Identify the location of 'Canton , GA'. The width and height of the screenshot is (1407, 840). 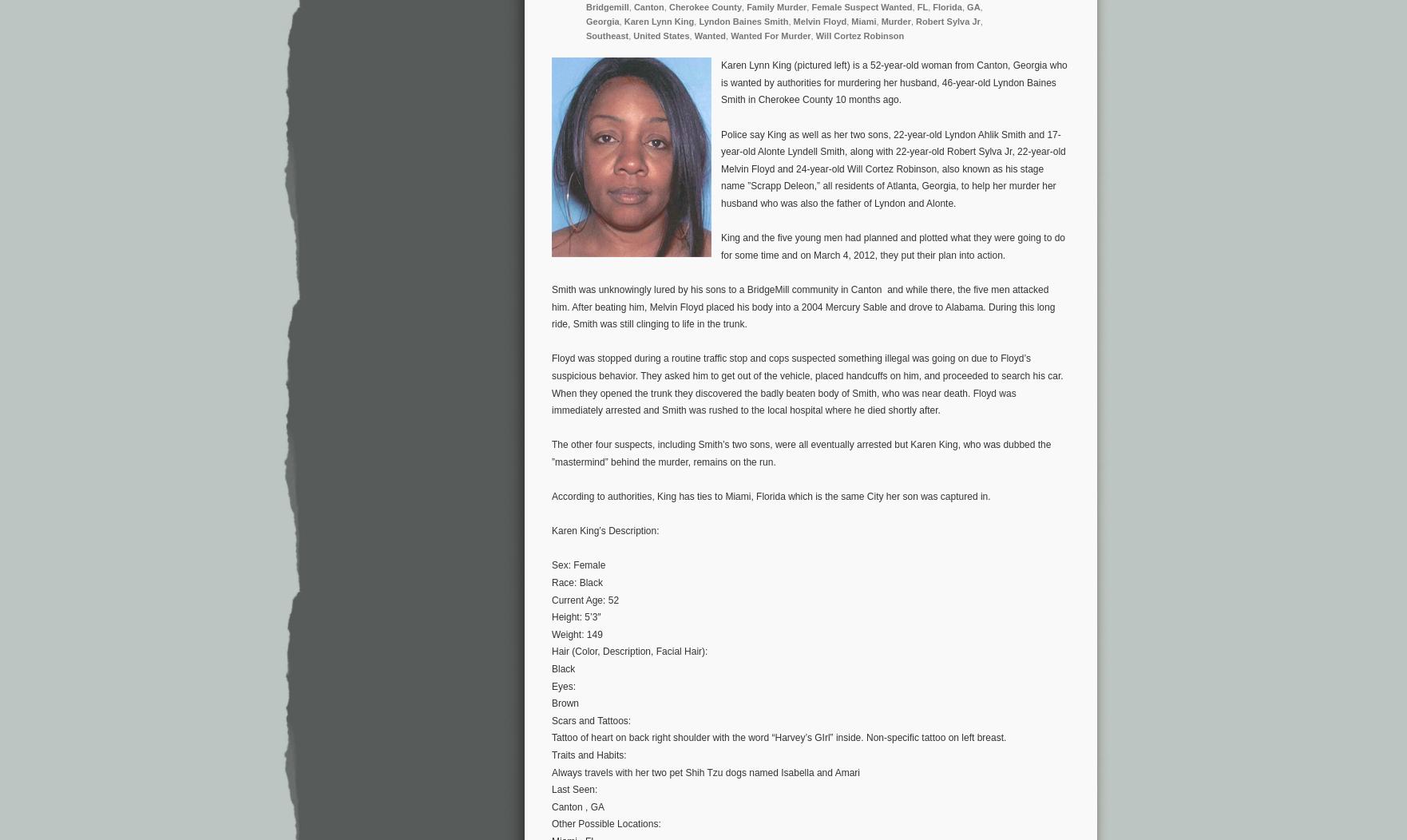
(577, 806).